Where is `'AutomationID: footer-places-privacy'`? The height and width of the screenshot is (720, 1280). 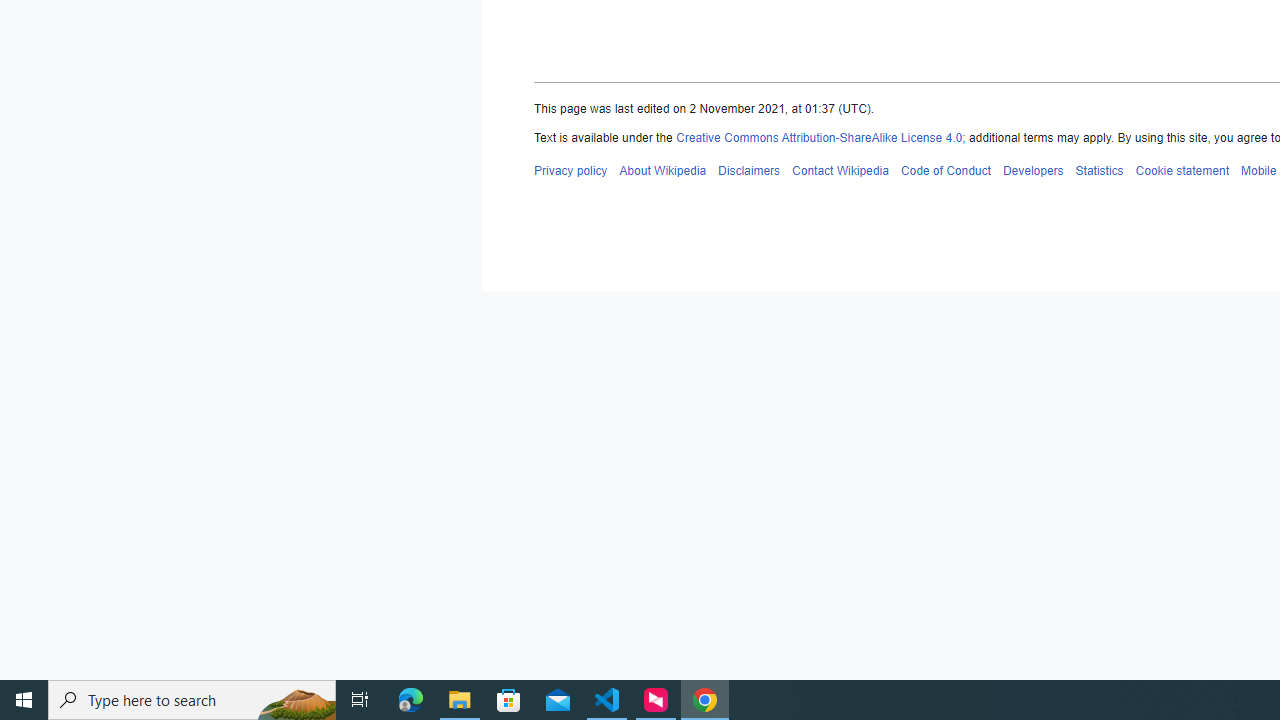 'AutomationID: footer-places-privacy' is located at coordinates (569, 169).